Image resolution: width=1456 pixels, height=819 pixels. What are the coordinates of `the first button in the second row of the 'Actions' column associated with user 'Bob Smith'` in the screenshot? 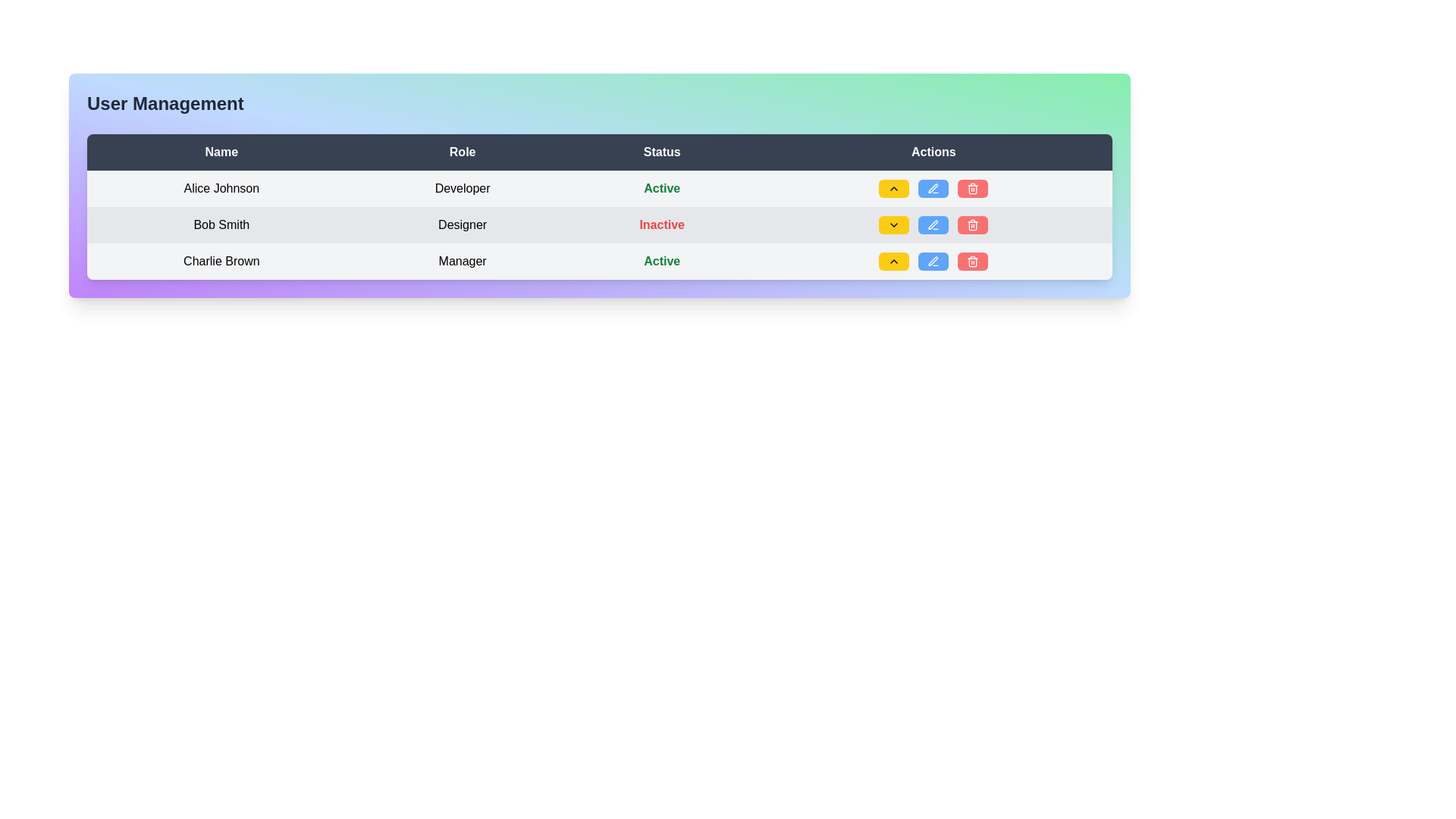 It's located at (894, 225).